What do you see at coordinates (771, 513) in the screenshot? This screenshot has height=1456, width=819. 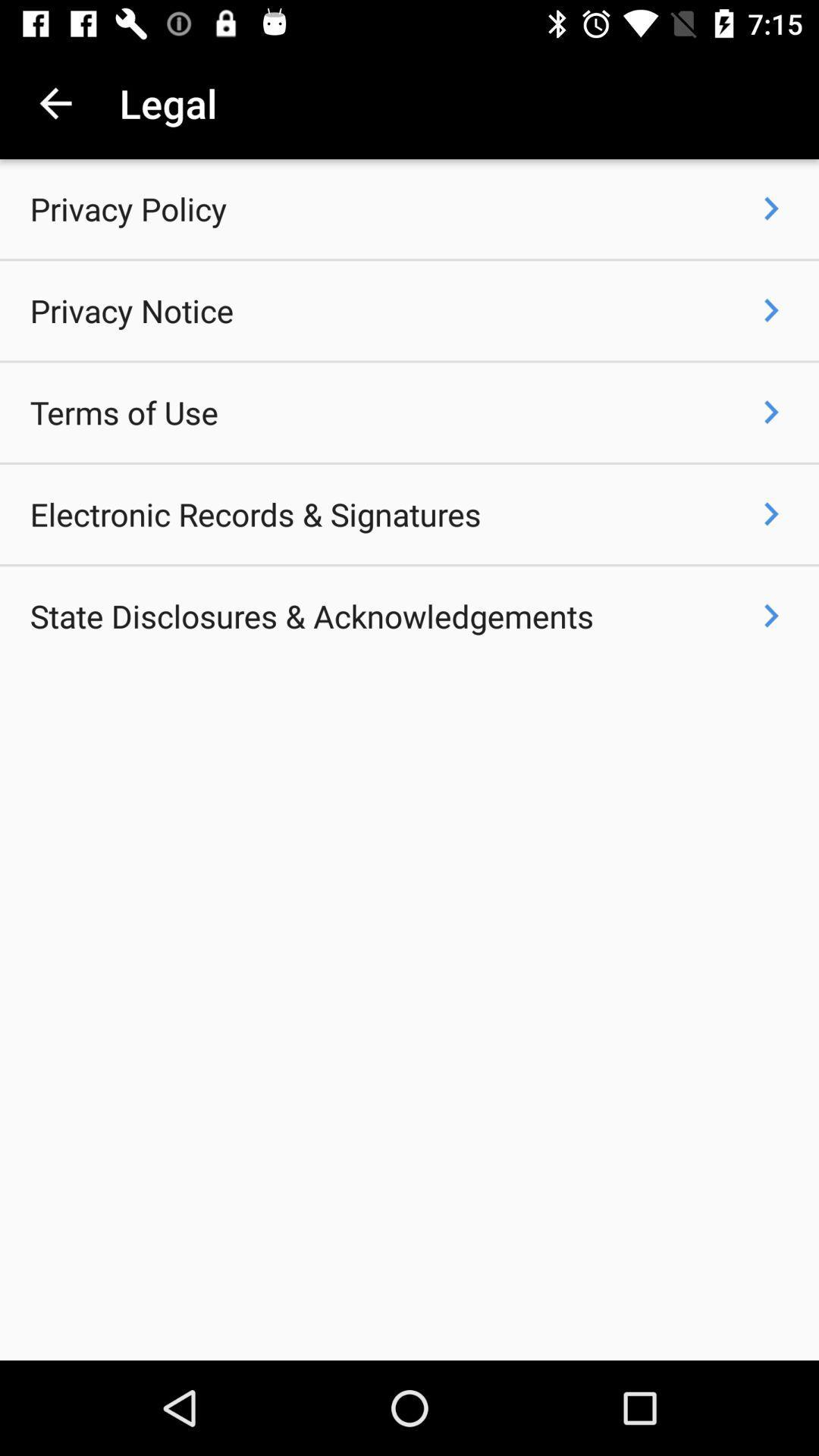 I see `icon to the right of electronic records & signatures` at bounding box center [771, 513].